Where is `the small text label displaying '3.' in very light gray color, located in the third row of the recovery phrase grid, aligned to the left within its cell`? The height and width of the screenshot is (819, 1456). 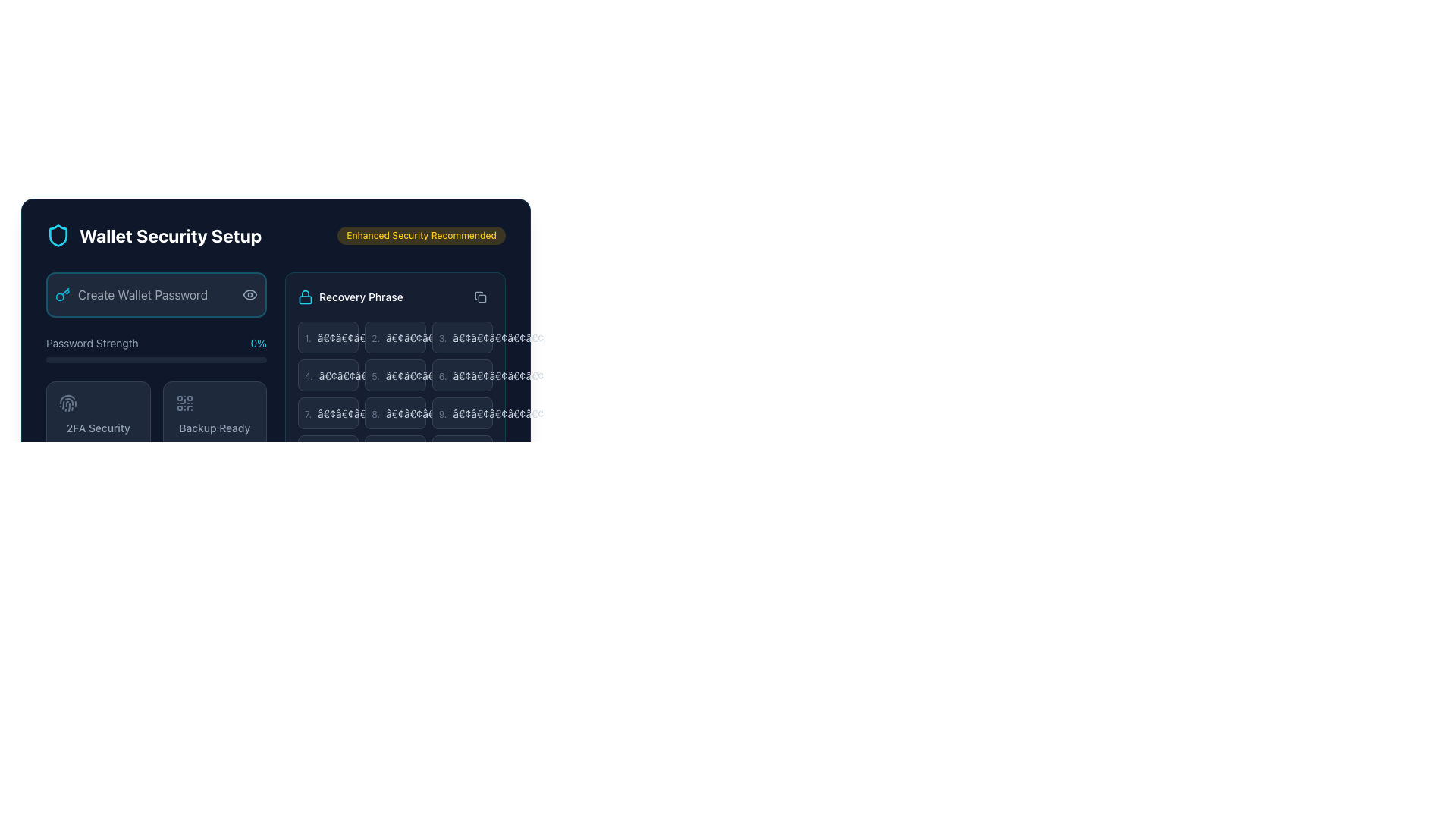
the small text label displaying '3.' in very light gray color, located in the third row of the recovery phrase grid, aligned to the left within its cell is located at coordinates (442, 337).